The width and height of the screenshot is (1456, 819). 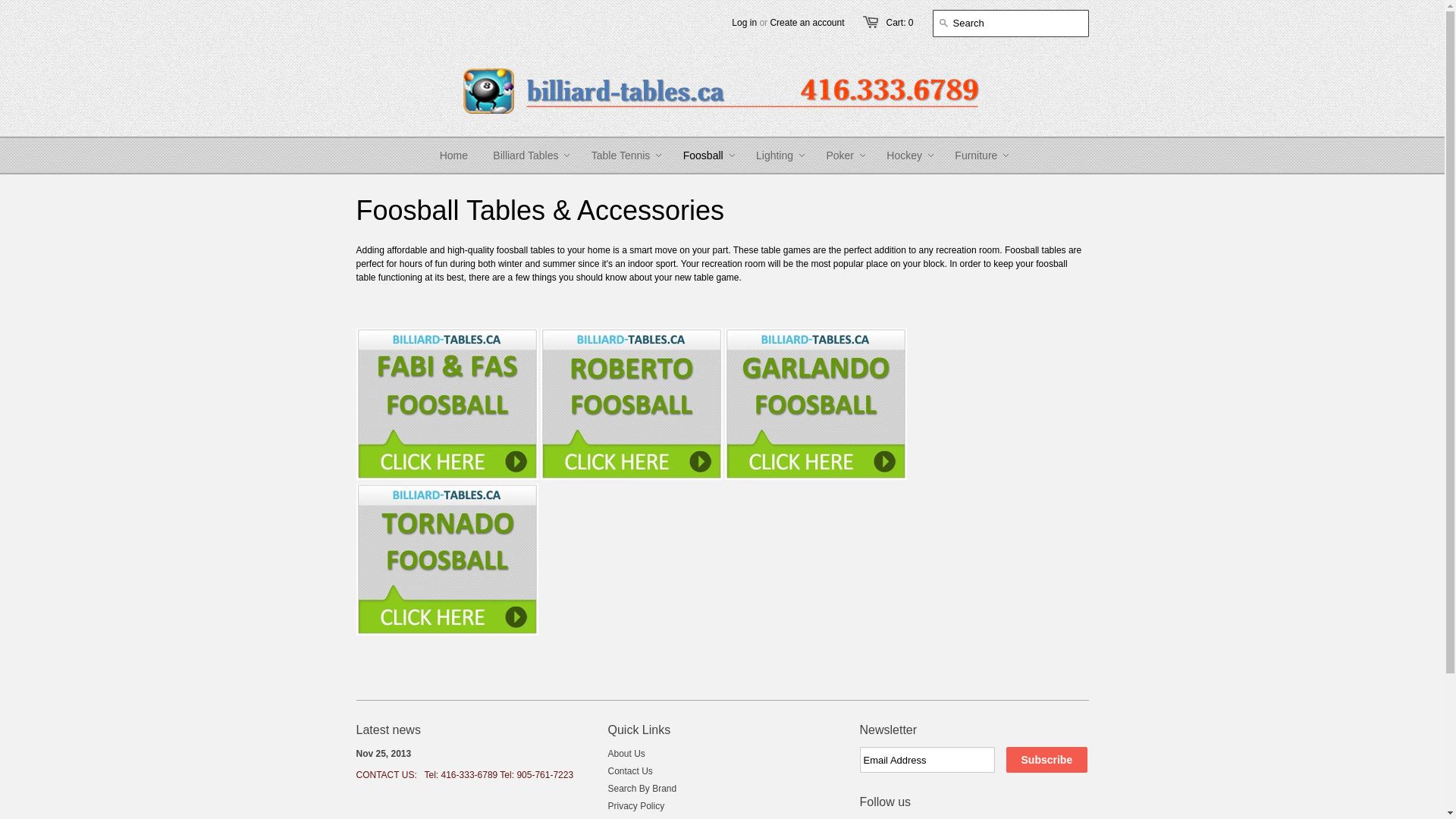 What do you see at coordinates (774, 155) in the screenshot?
I see `'Lighting'` at bounding box center [774, 155].